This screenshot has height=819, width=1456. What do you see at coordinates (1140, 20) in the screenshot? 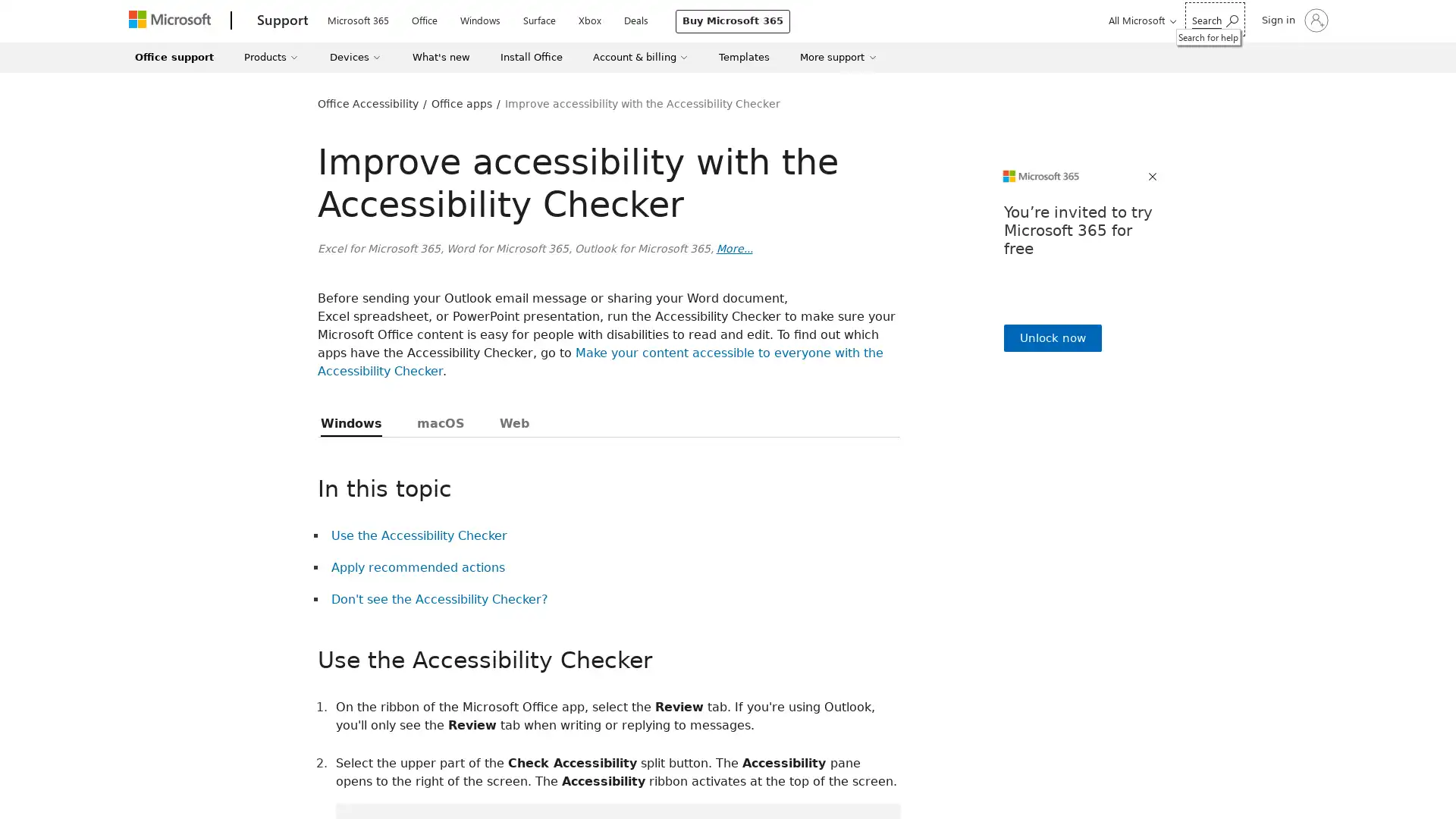
I see `All Microsoft expand to see list of Microsoft products and services` at bounding box center [1140, 20].